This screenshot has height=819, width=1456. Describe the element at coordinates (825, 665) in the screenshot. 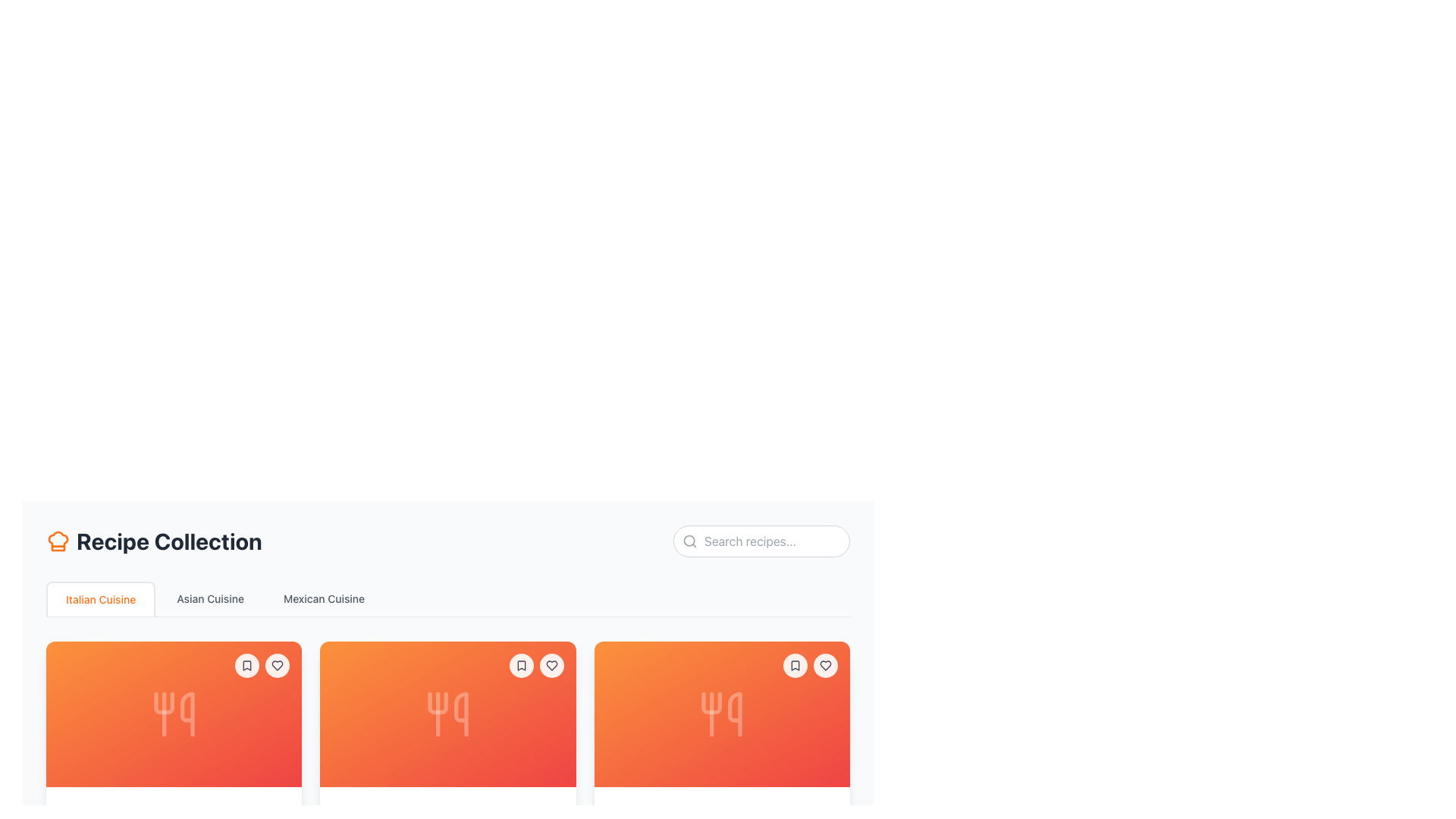

I see `the heart-shaped icon outlined in dark color on the orange recipe card to mark the recipe as favorite` at that location.